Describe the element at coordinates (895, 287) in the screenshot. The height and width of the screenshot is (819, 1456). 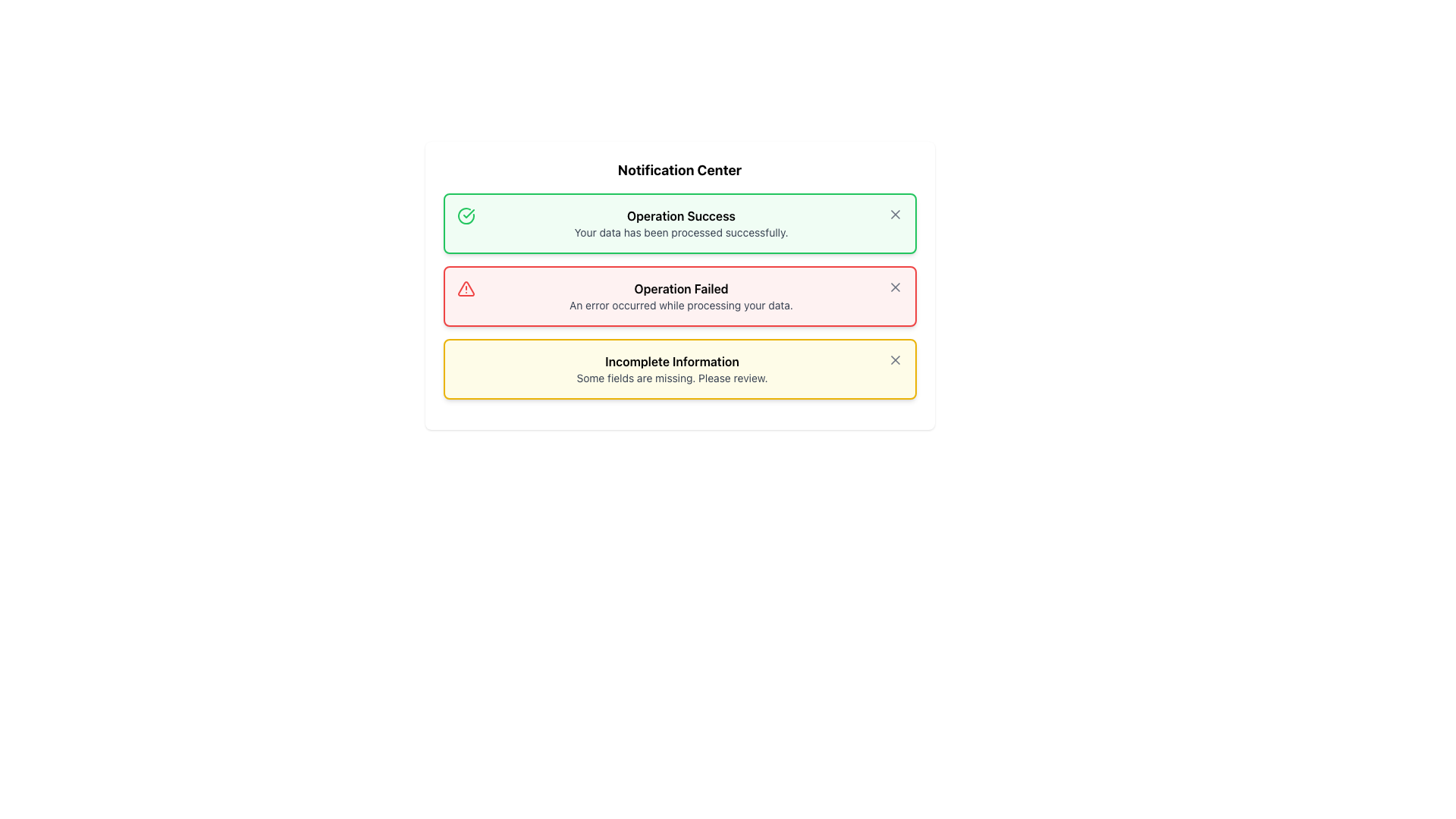
I see `the interactive close button located at the top-right of the 'Operation Failed' notification card` at that location.